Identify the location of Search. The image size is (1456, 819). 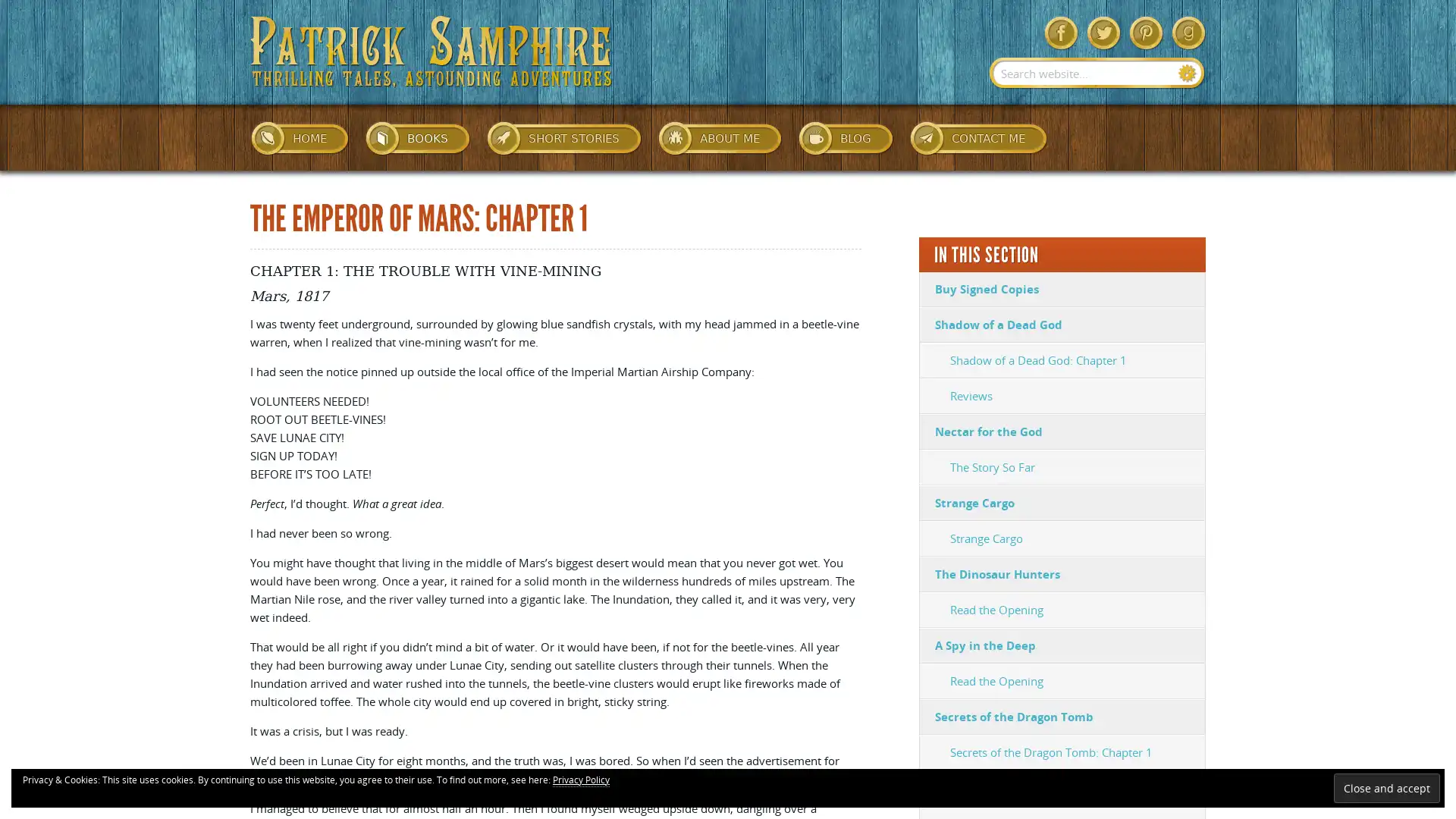
(1187, 73).